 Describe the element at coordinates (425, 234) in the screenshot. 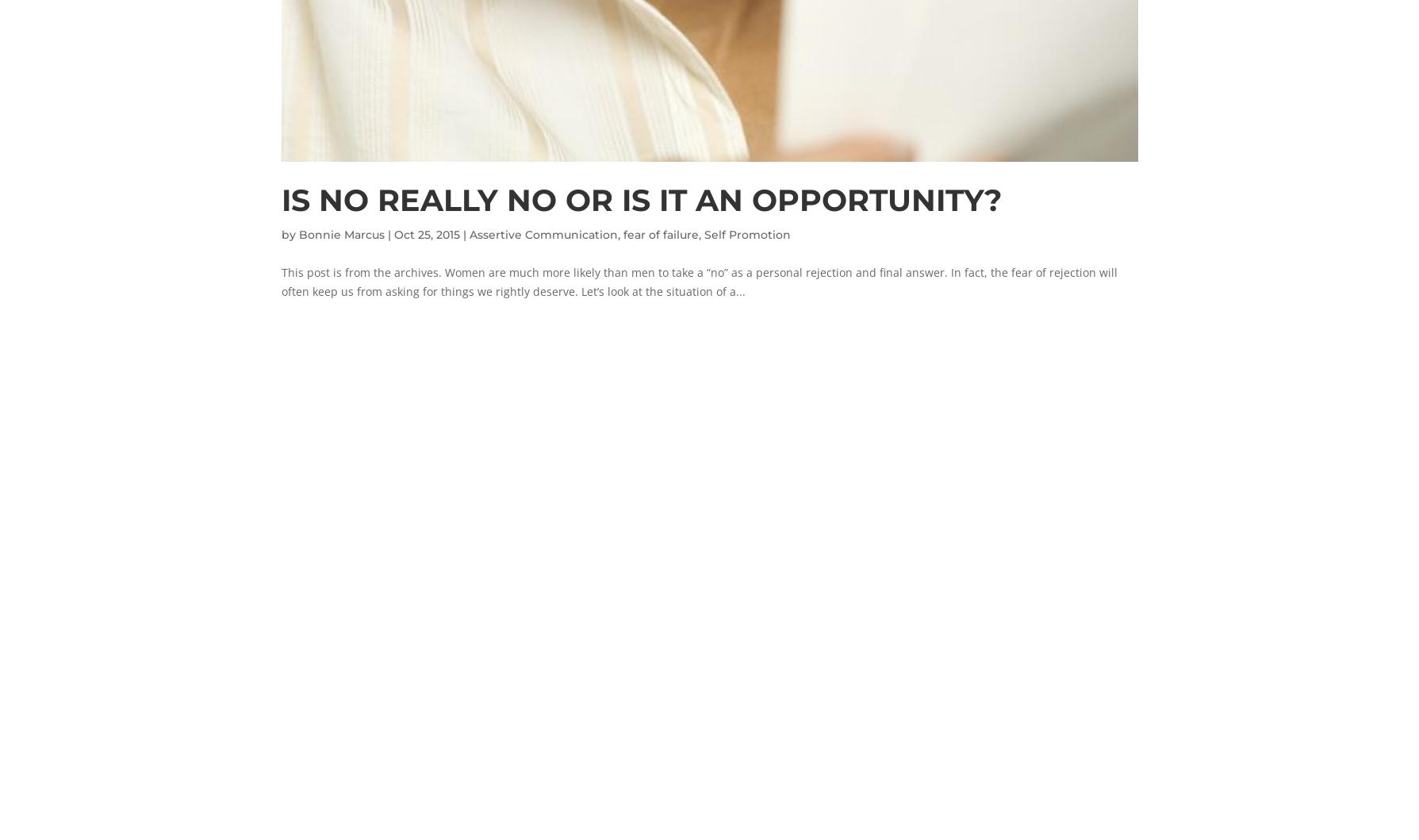

I see `'Oct 25, 2015'` at that location.